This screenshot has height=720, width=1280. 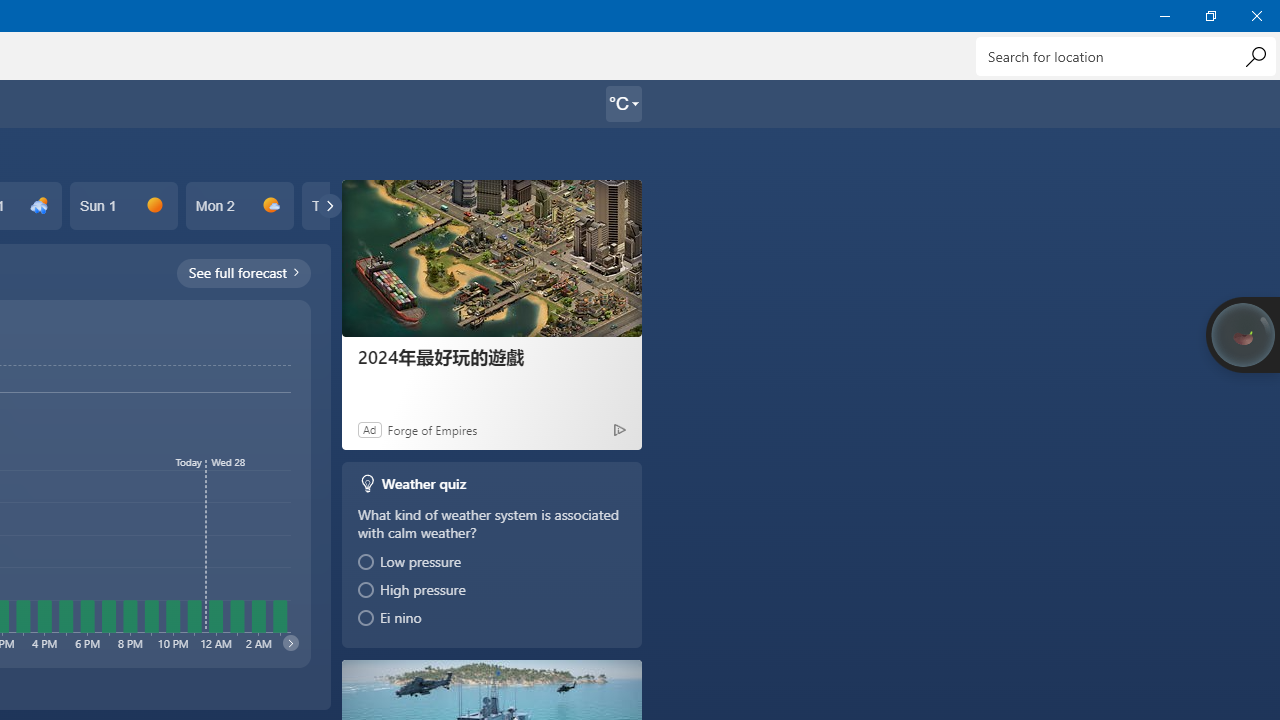 I want to click on 'Search for location', so click(x=1125, y=55).